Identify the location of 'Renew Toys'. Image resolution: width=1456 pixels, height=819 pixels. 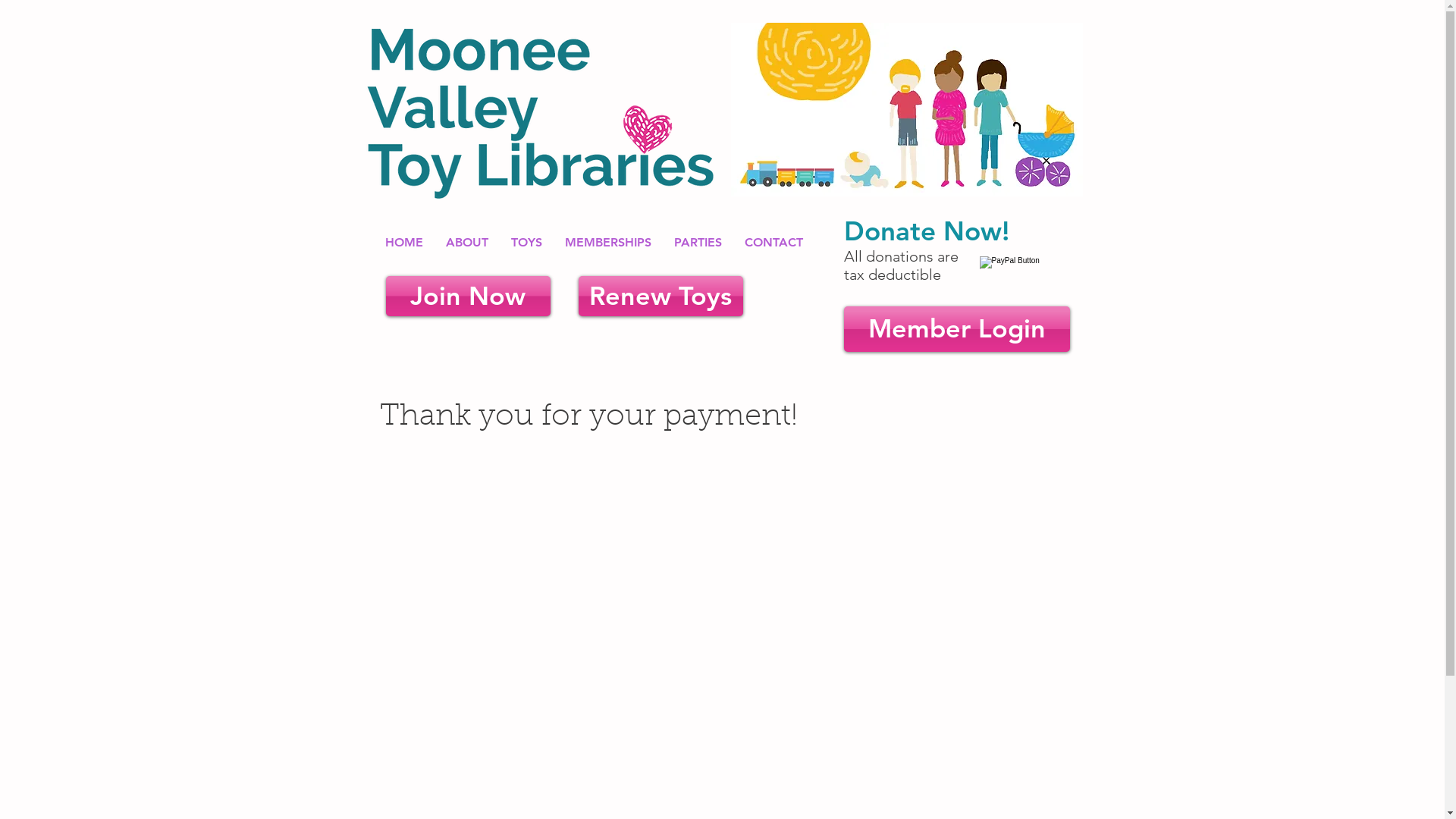
(660, 296).